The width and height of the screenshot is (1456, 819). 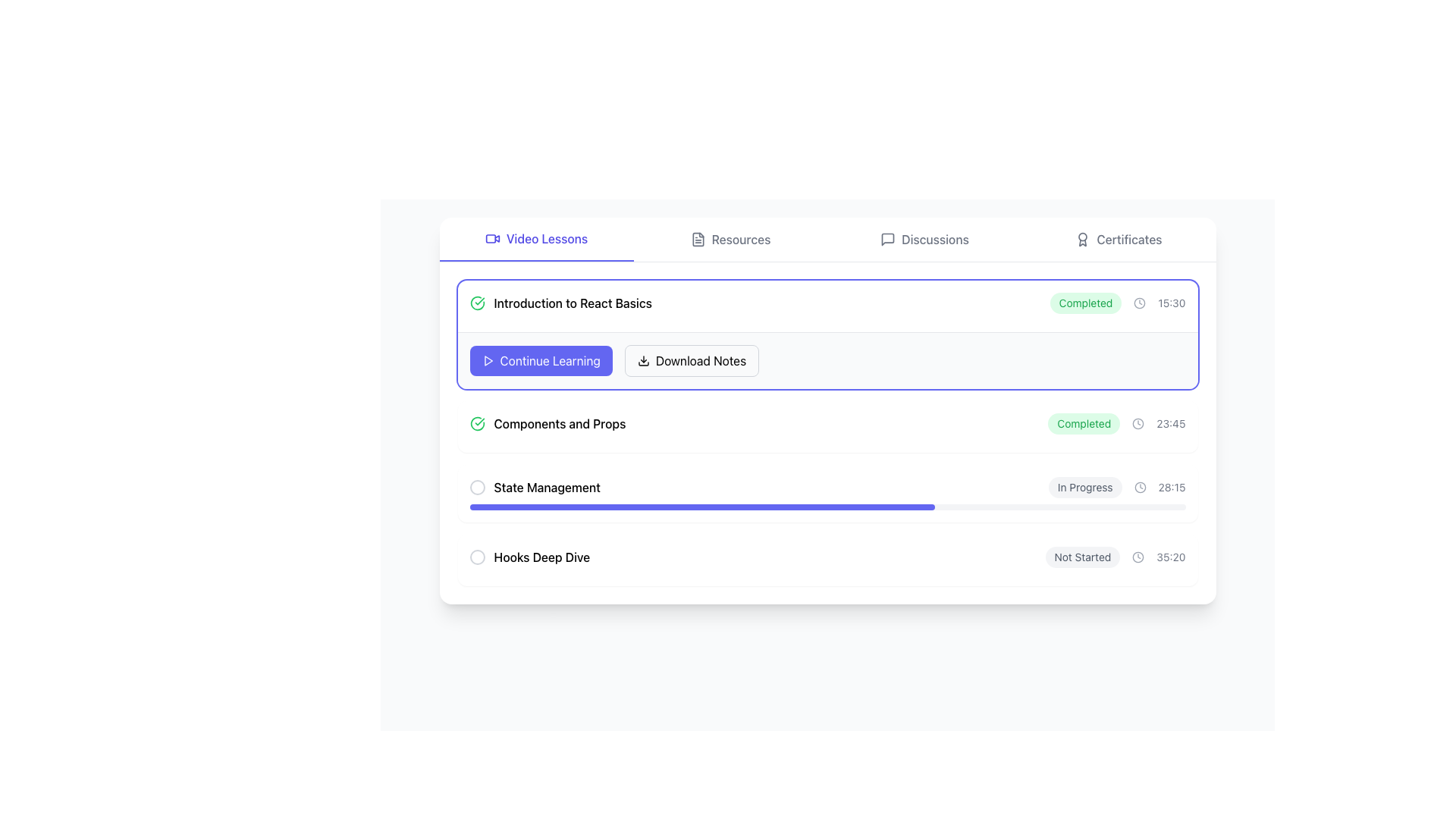 I want to click on the circular icon with a green border and a checkmark inside, located to the left of the text 'Components and Props' in the second list item to indicate completion status, so click(x=476, y=424).